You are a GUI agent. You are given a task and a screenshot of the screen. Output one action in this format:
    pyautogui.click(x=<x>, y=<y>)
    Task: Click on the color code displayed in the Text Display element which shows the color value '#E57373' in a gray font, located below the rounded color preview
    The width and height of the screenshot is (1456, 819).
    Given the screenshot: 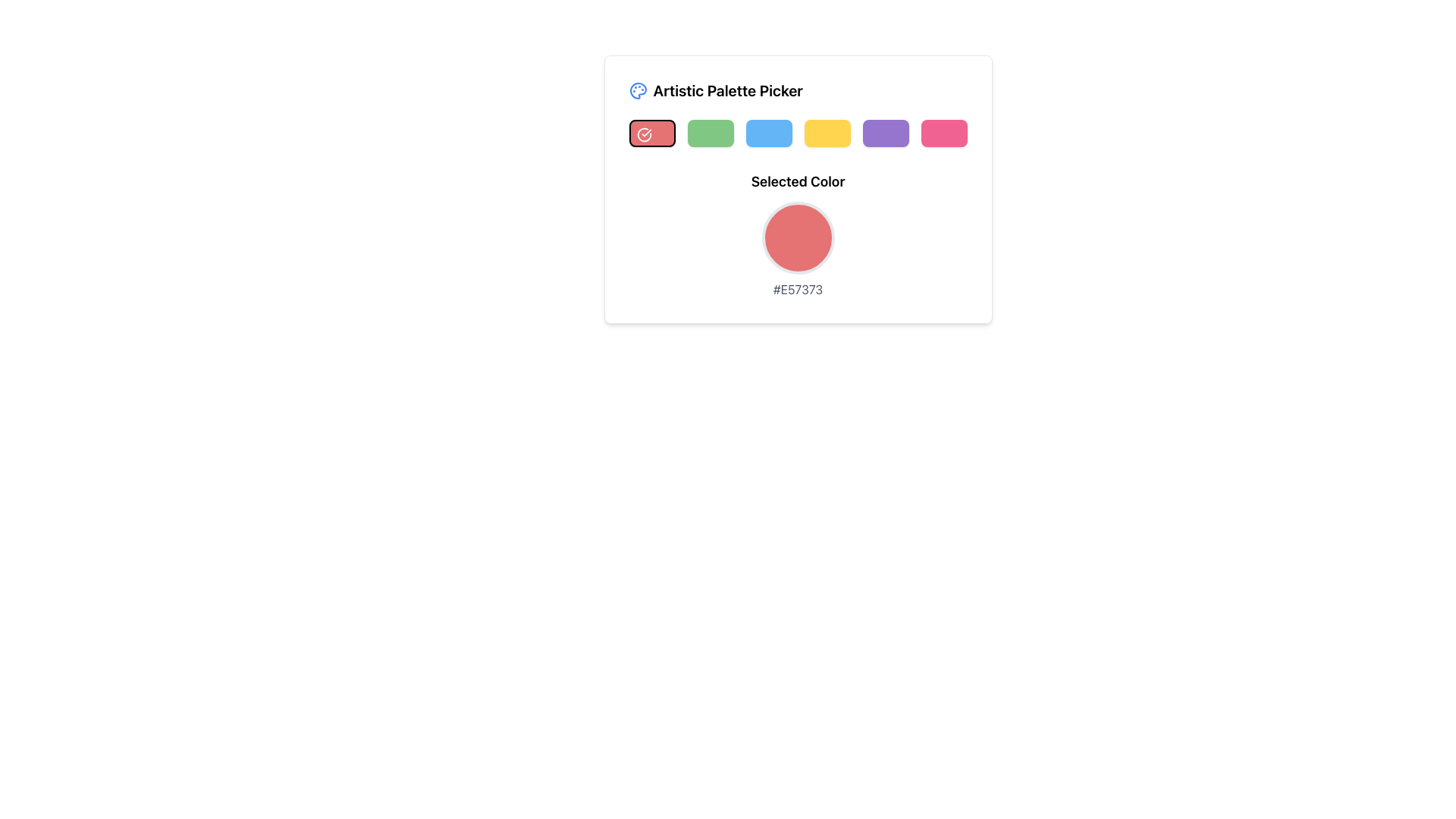 What is the action you would take?
    pyautogui.click(x=797, y=289)
    